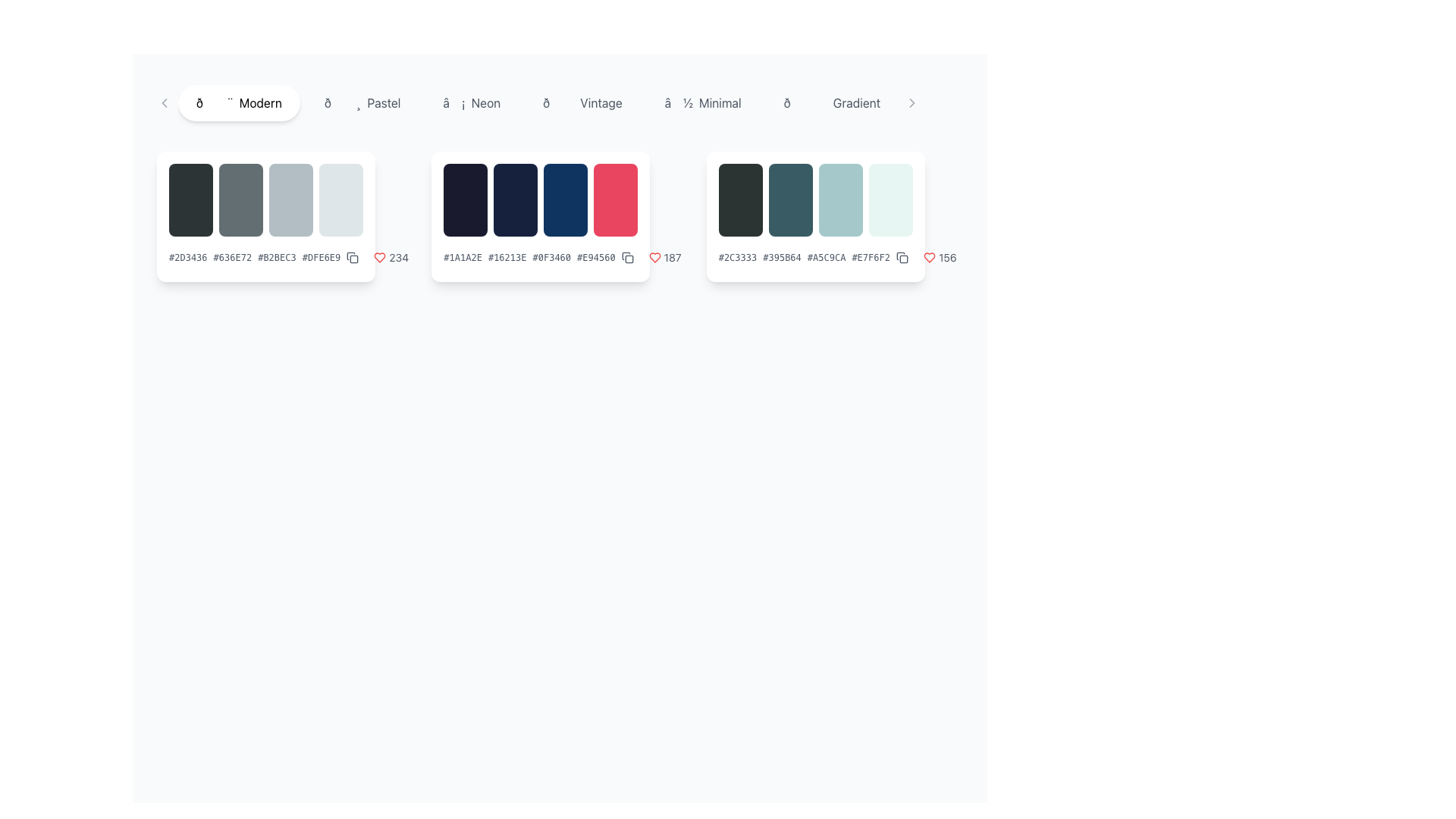  What do you see at coordinates (516, 199) in the screenshot?
I see `the second color swatch in the second palette, which is represented by the hexadecimal color code '#1A1A2E'` at bounding box center [516, 199].